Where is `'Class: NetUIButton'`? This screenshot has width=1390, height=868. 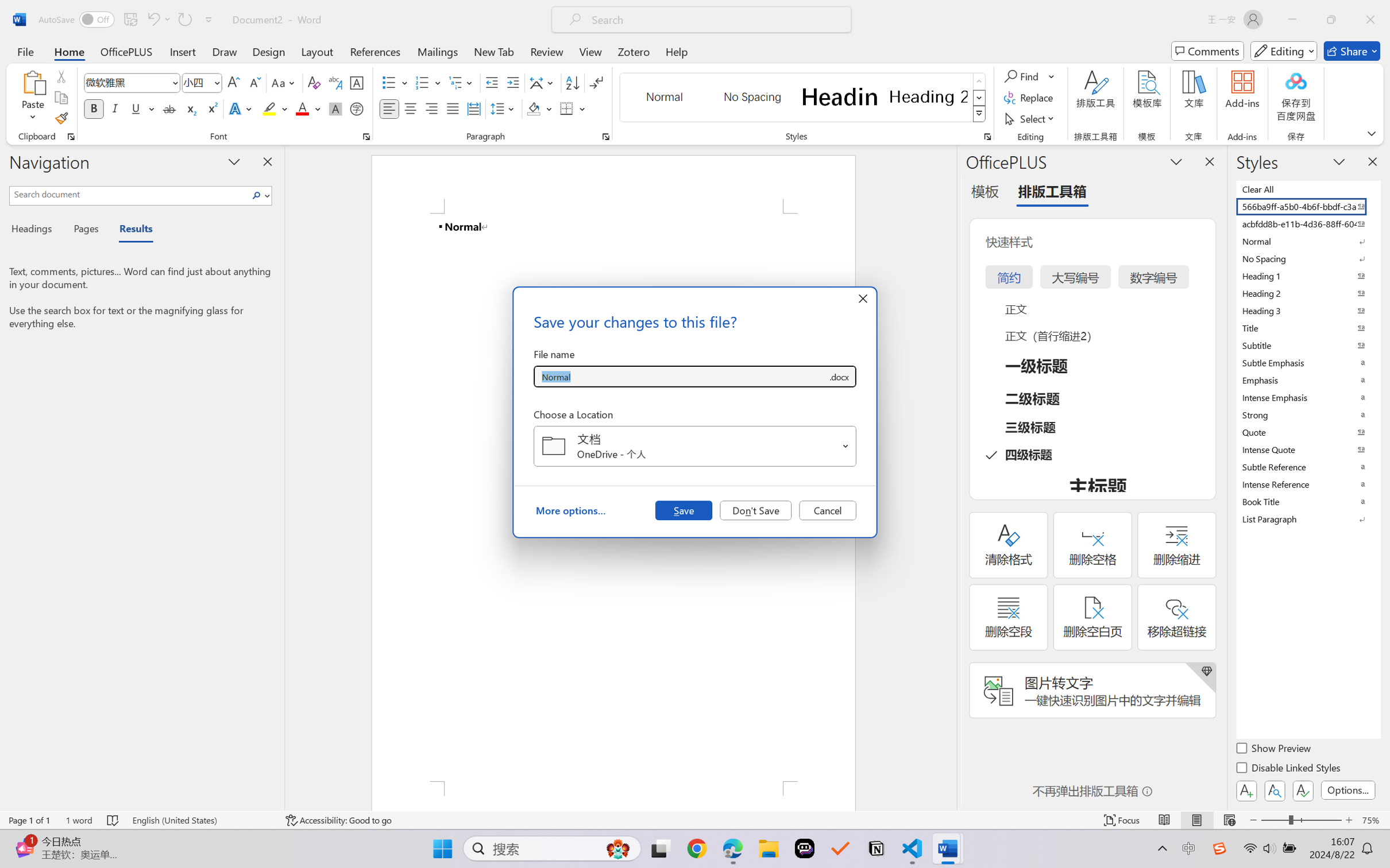 'Class: NetUIButton' is located at coordinates (1303, 790).